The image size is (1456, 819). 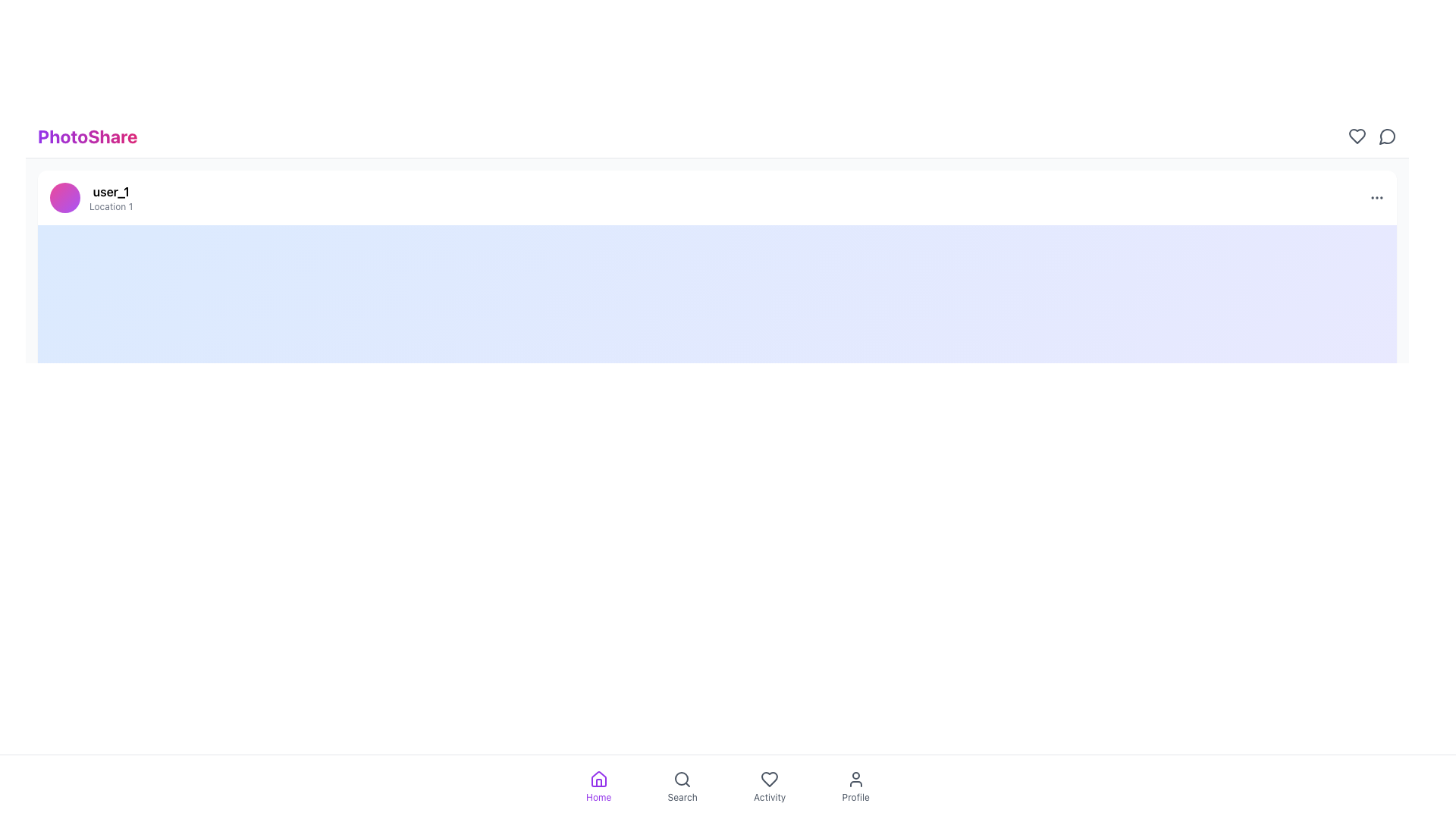 What do you see at coordinates (1387, 136) in the screenshot?
I see `the rightmost button that serves` at bounding box center [1387, 136].